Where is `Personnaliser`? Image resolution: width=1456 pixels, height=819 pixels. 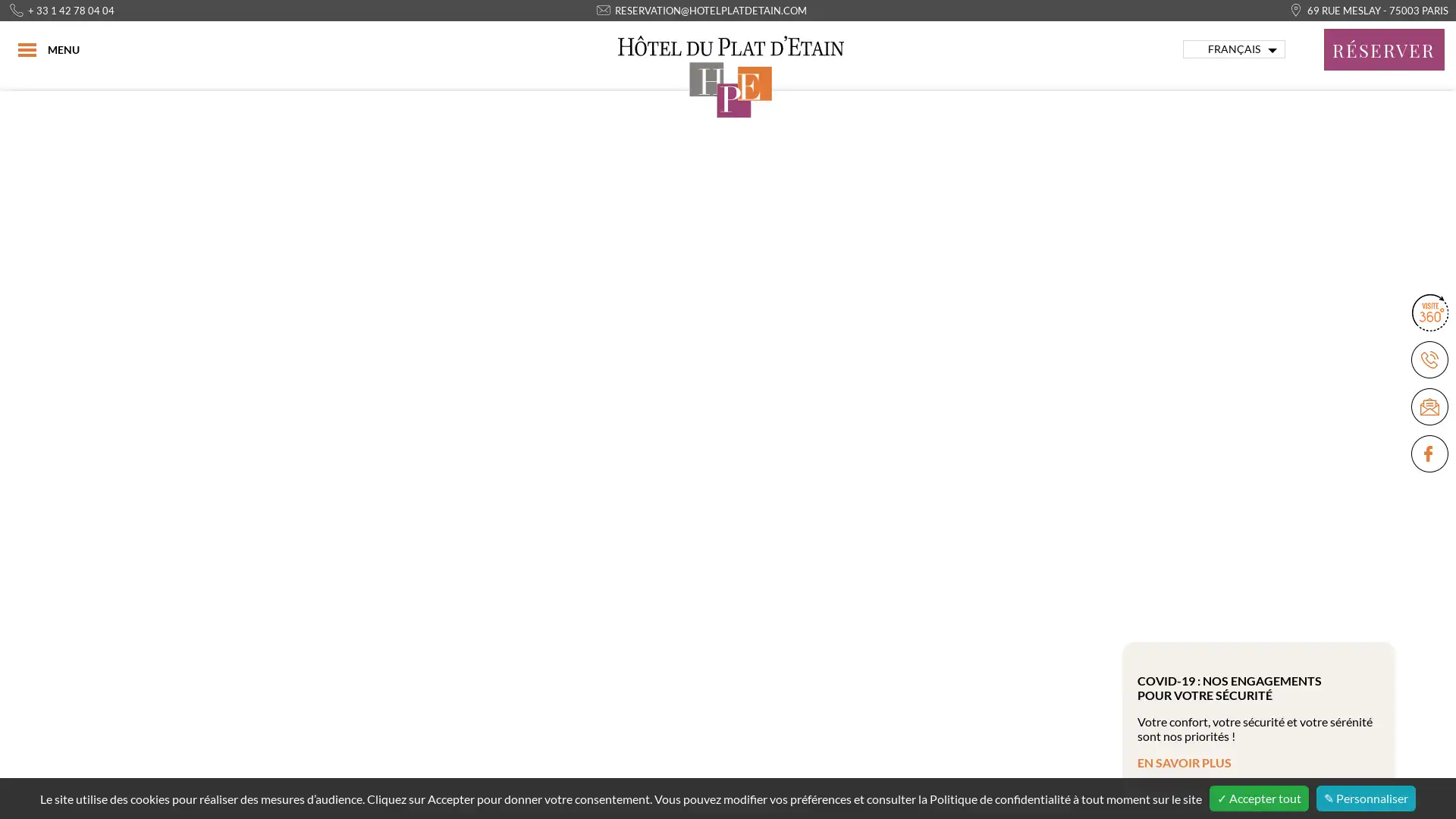
Personnaliser is located at coordinates (1366, 798).